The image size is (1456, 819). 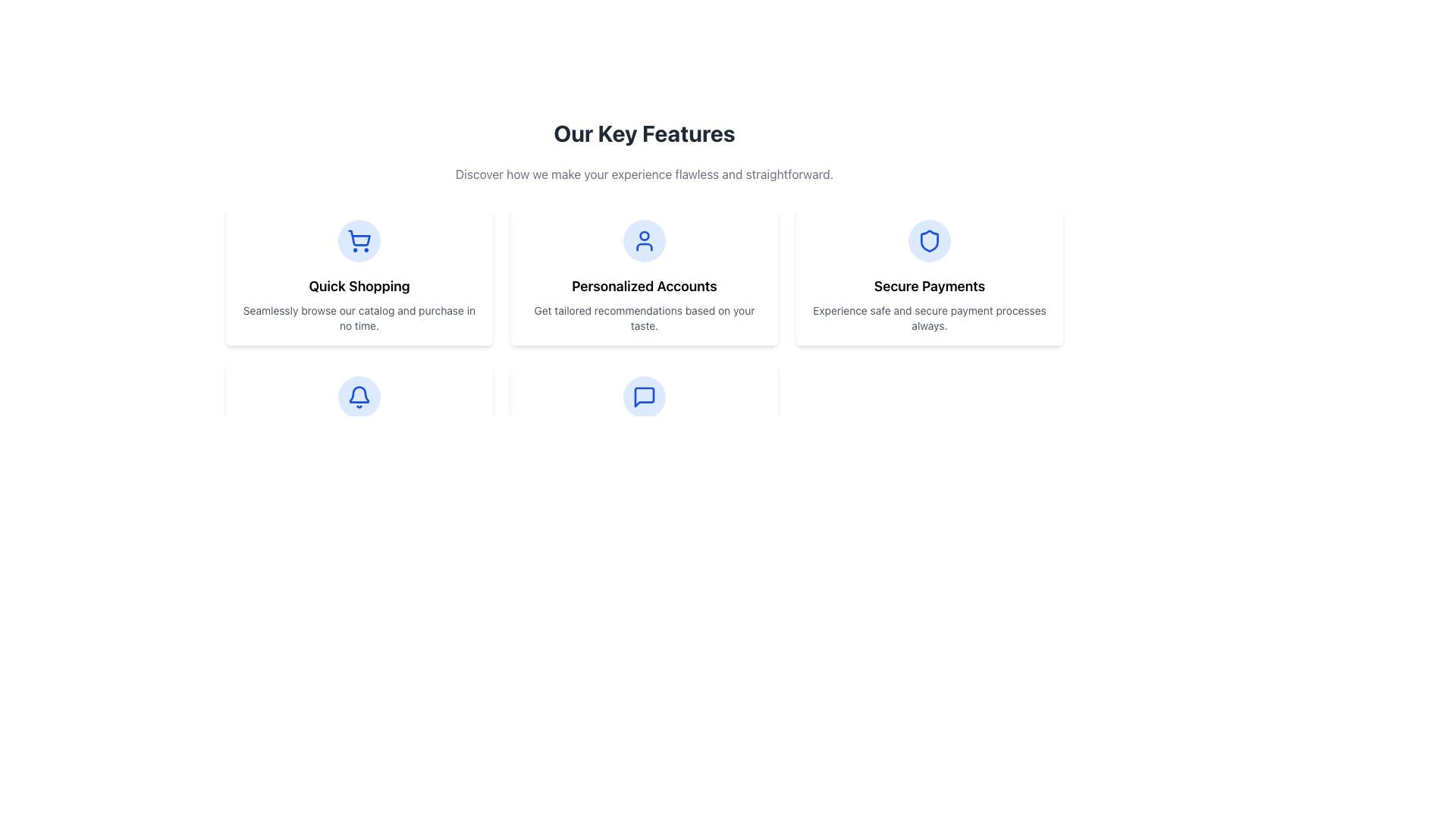 I want to click on the SVG graphic element resembling a shield icon located in the third feature card titled 'Secure Payments' at the rightmost position of the top row, so click(x=928, y=240).